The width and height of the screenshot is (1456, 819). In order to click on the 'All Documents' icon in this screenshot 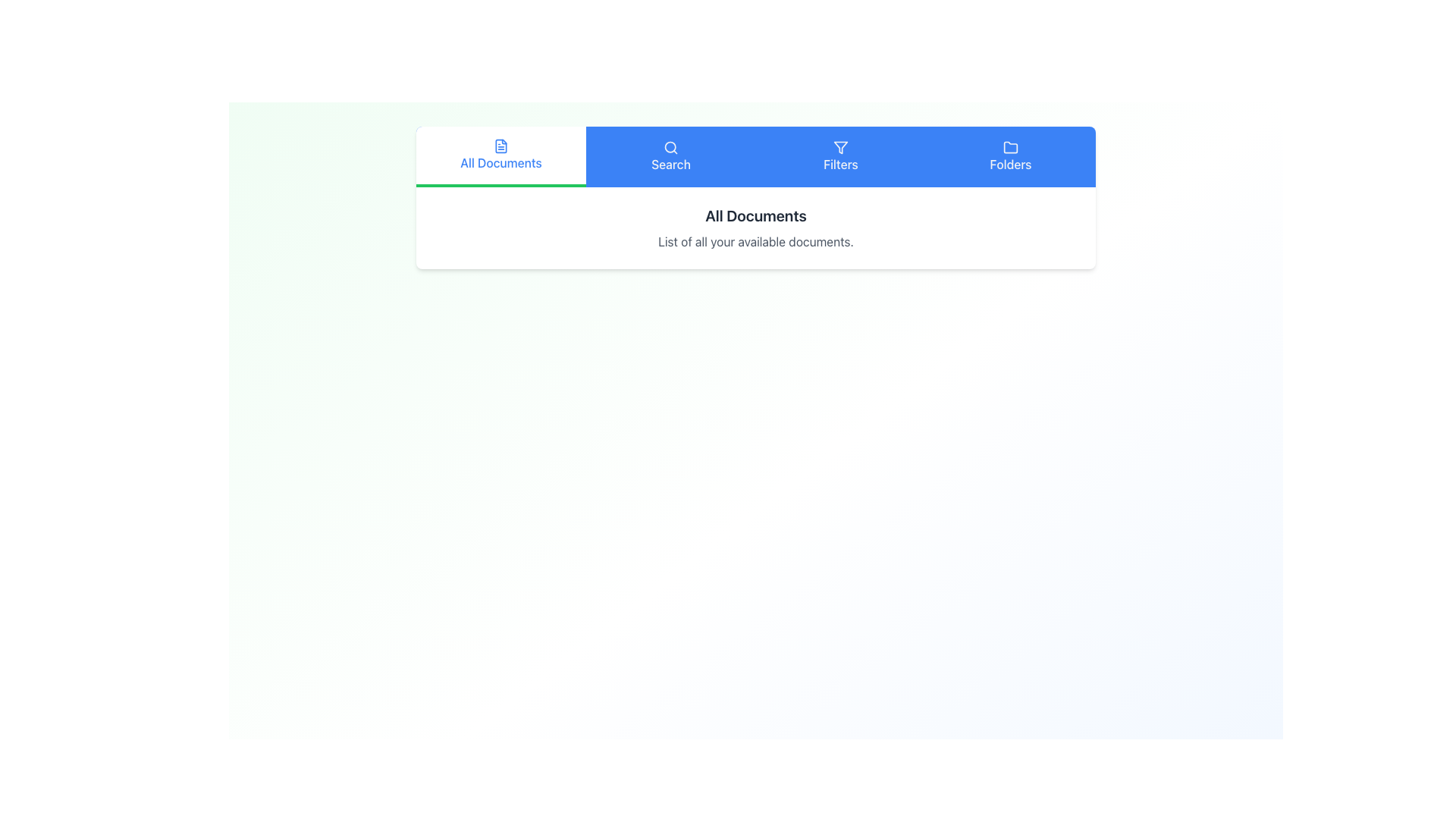, I will do `click(501, 146)`.